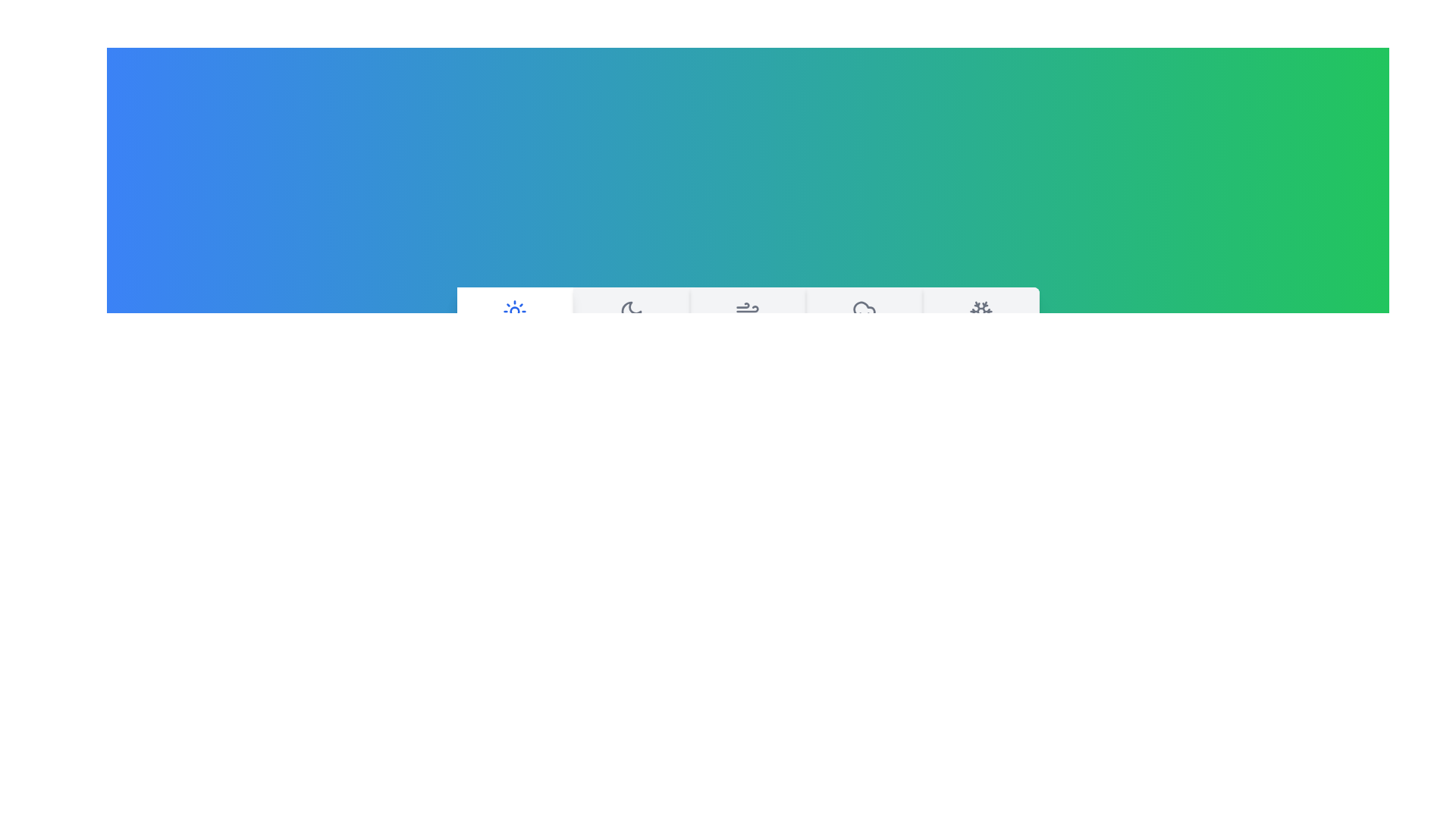 This screenshot has height=819, width=1456. Describe the element at coordinates (631, 326) in the screenshot. I see `the weather tab labeled Night` at that location.